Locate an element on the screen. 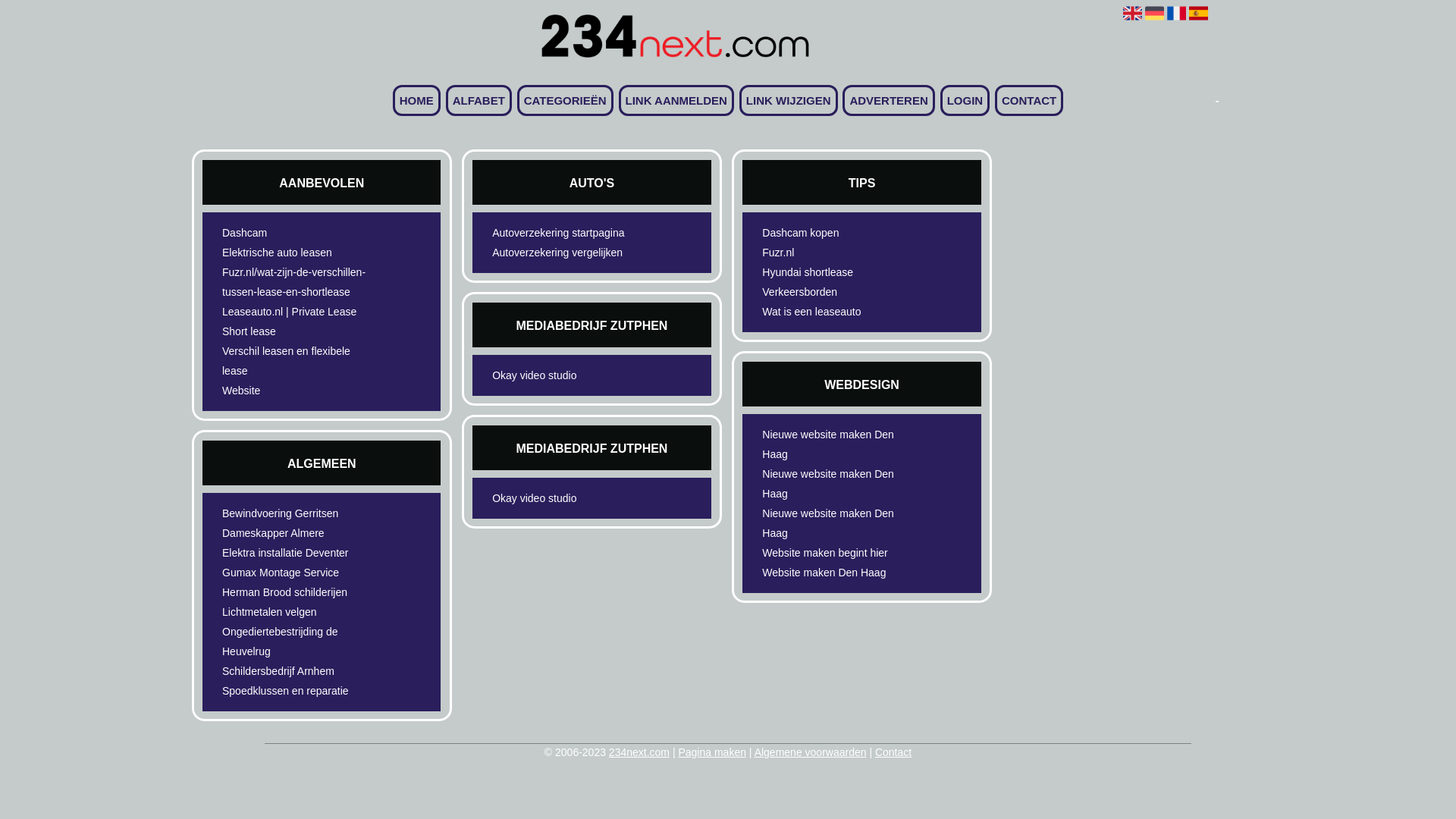 The height and width of the screenshot is (819, 1456). 'Contact' is located at coordinates (893, 752).